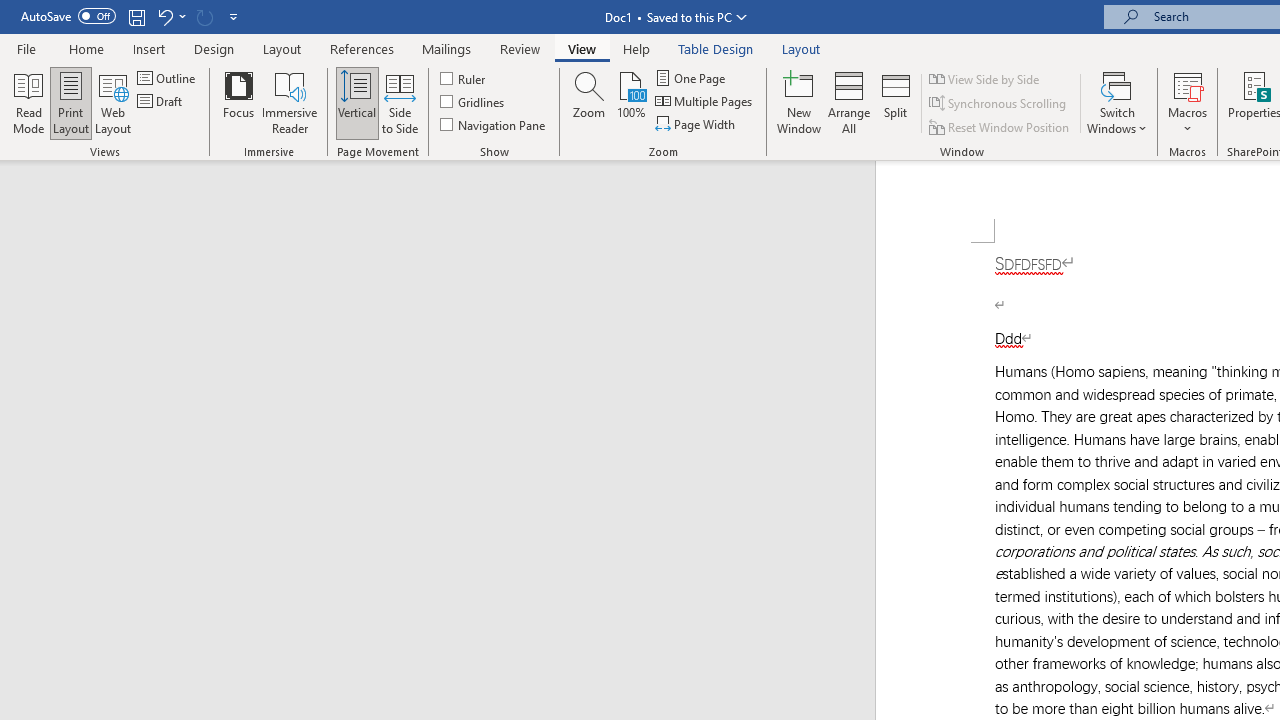  Describe the element at coordinates (798, 103) in the screenshot. I see `'New Window'` at that location.